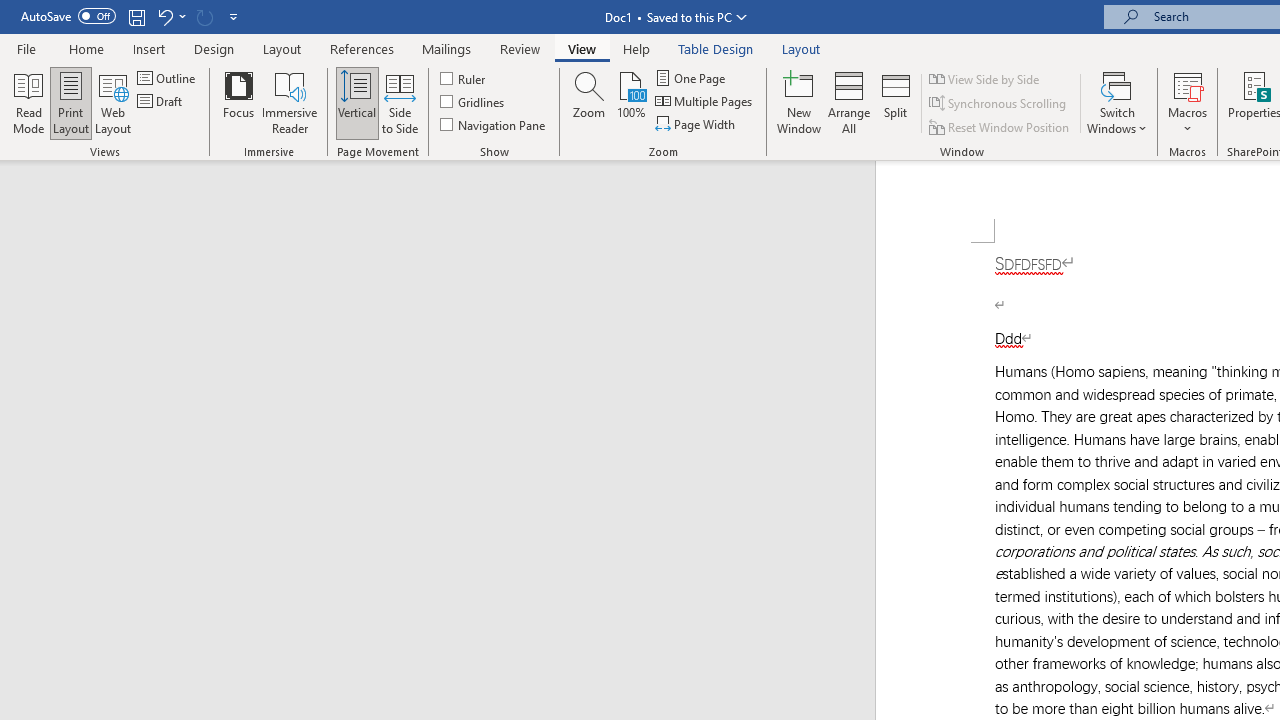  Describe the element at coordinates (798, 103) in the screenshot. I see `'New Window'` at that location.